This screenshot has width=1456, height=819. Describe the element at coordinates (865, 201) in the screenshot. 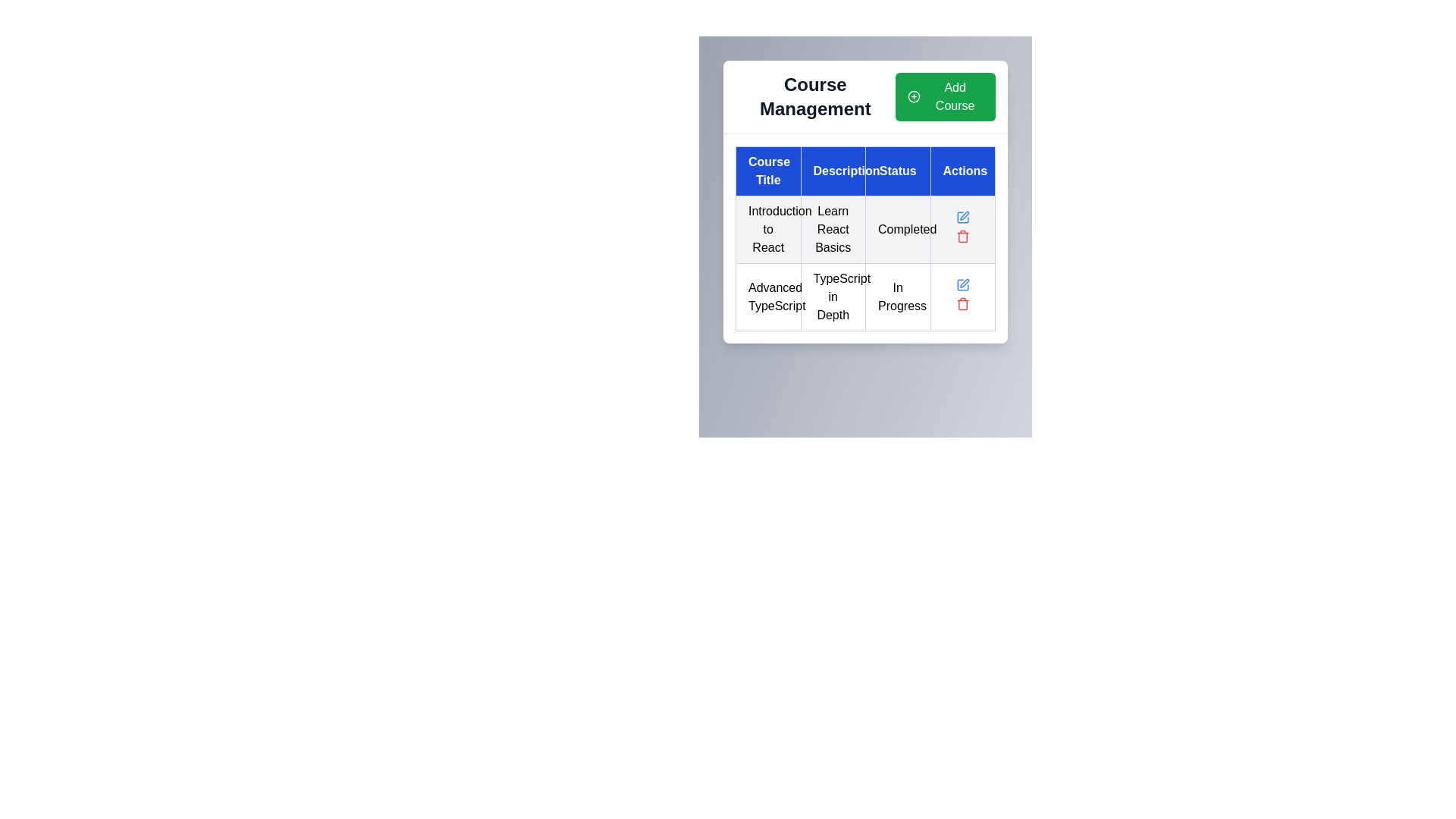

I see `properties of the course management table located below the 'Course Management' title and 'Add Course' button, positioned at the center top of the interface` at that location.